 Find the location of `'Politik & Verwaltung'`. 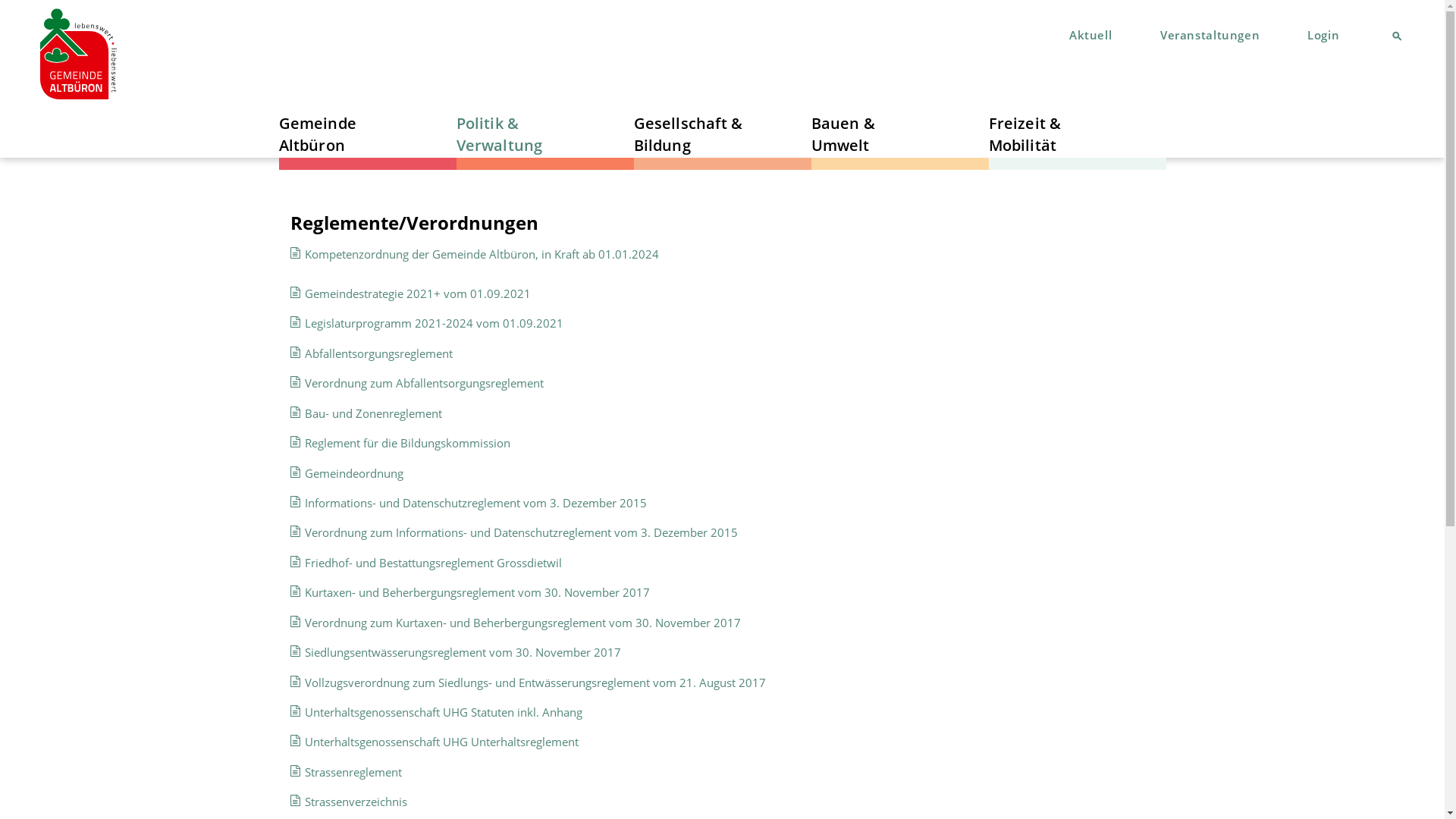

'Politik & Verwaltung' is located at coordinates (516, 133).